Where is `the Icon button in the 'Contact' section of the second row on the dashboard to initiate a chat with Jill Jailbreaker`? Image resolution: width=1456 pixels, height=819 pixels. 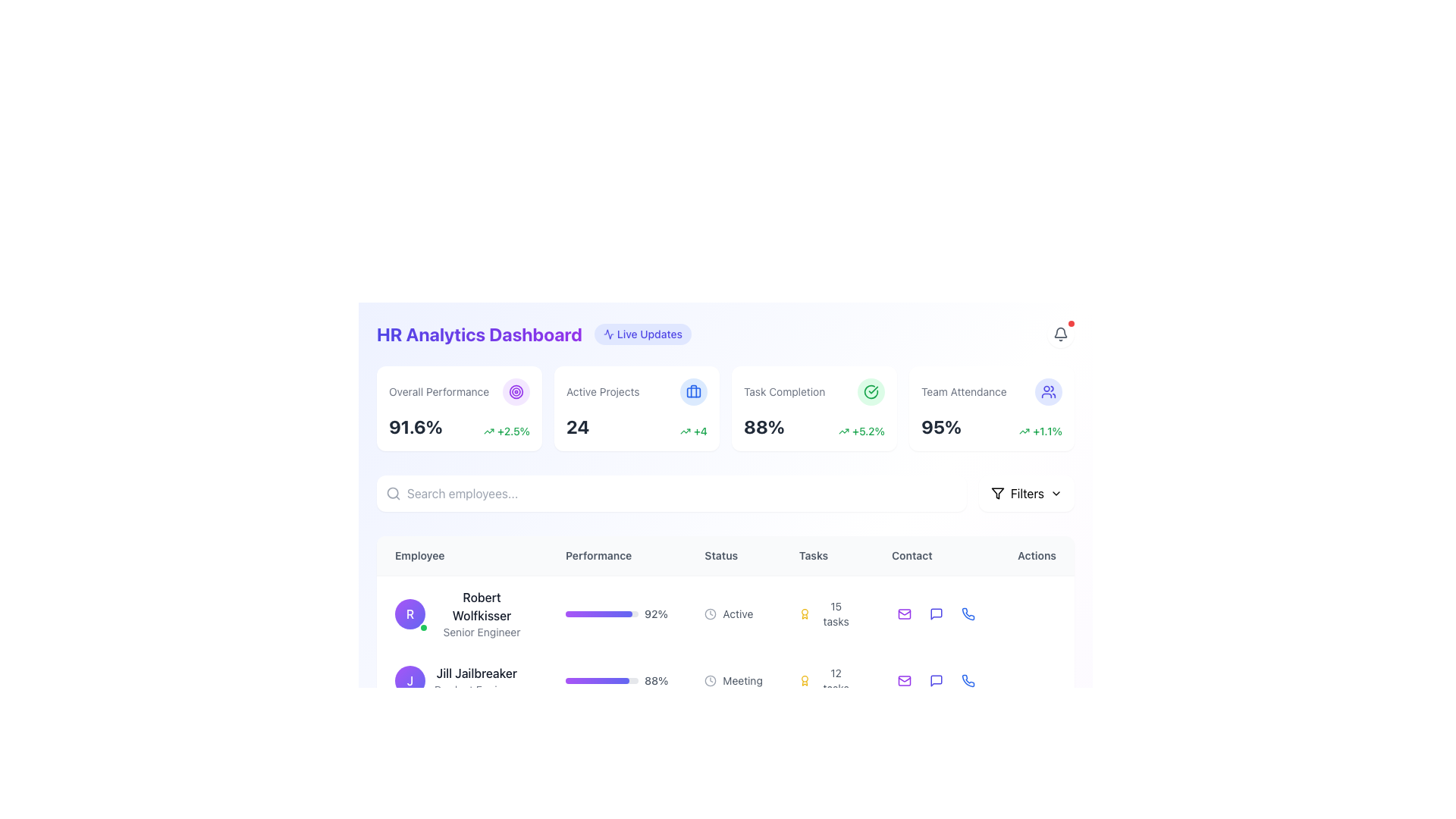 the Icon button in the 'Contact' section of the second row on the dashboard to initiate a chat with Jill Jailbreaker is located at coordinates (936, 680).